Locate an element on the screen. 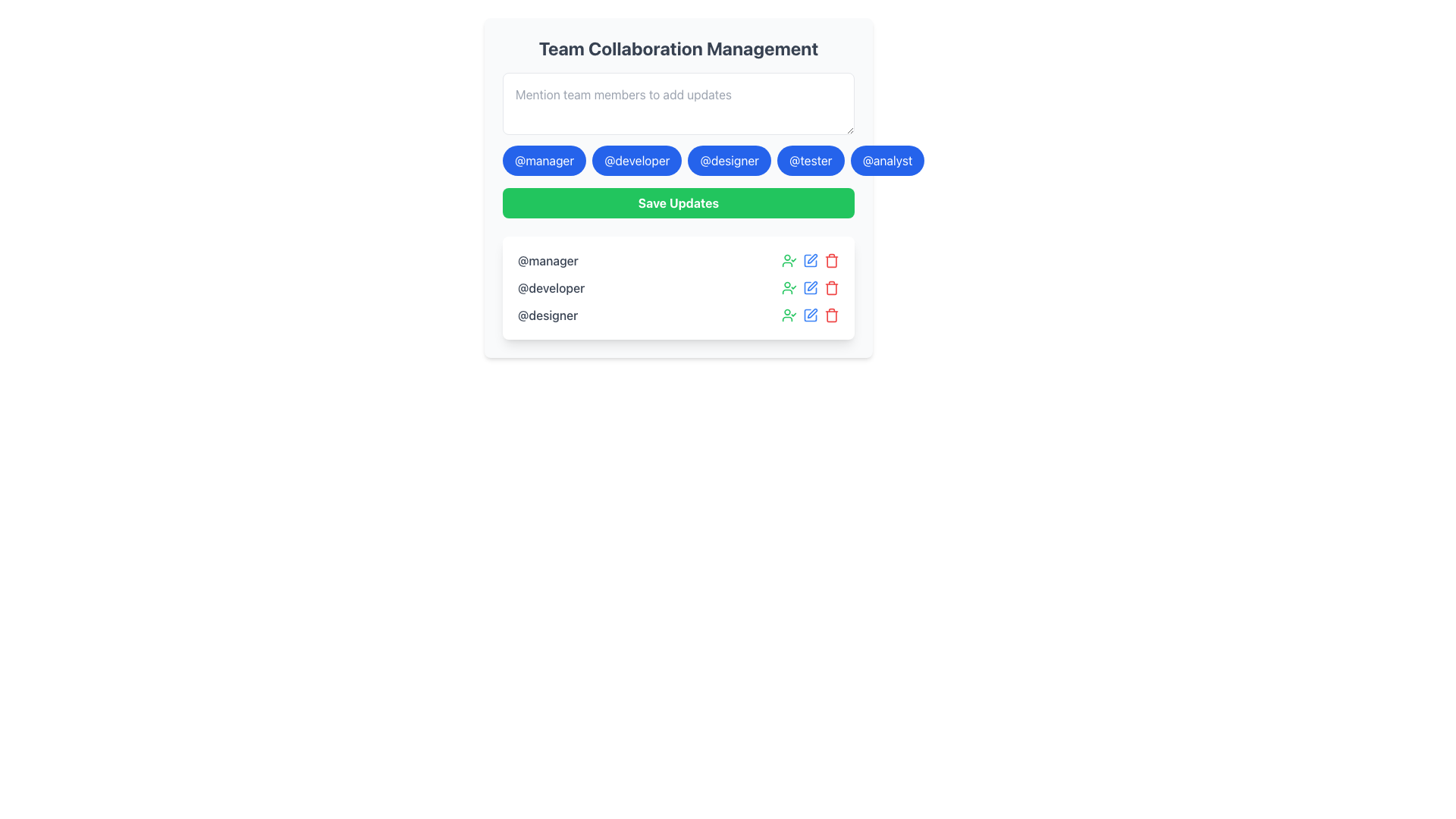 The height and width of the screenshot is (819, 1456). the icon button (blue pen) positioned second in the horizontal stack of icons next to the @developer label is located at coordinates (810, 288).